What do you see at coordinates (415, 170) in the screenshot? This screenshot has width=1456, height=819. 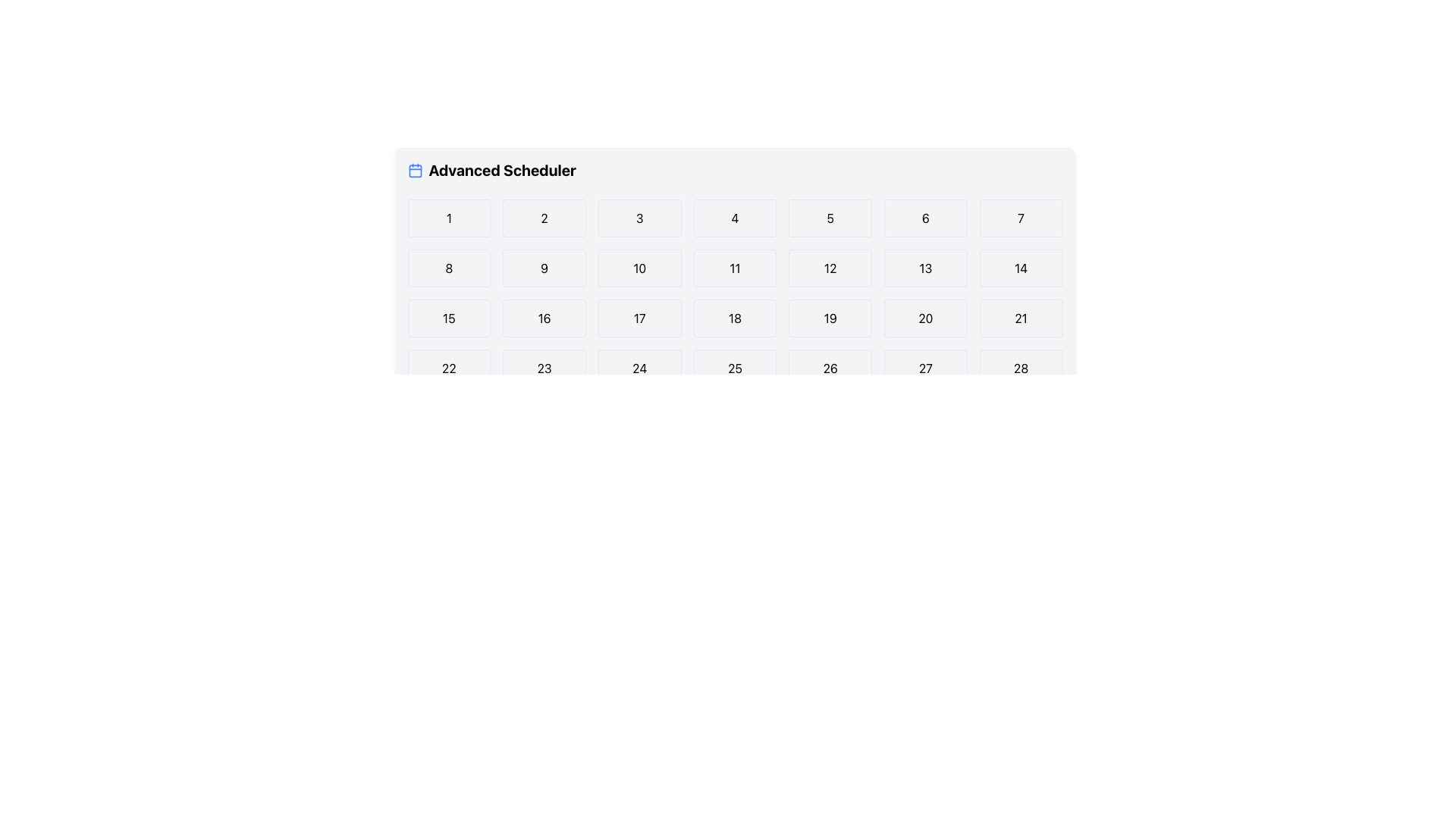 I see `the small, blue-outlined calendar icon located` at bounding box center [415, 170].